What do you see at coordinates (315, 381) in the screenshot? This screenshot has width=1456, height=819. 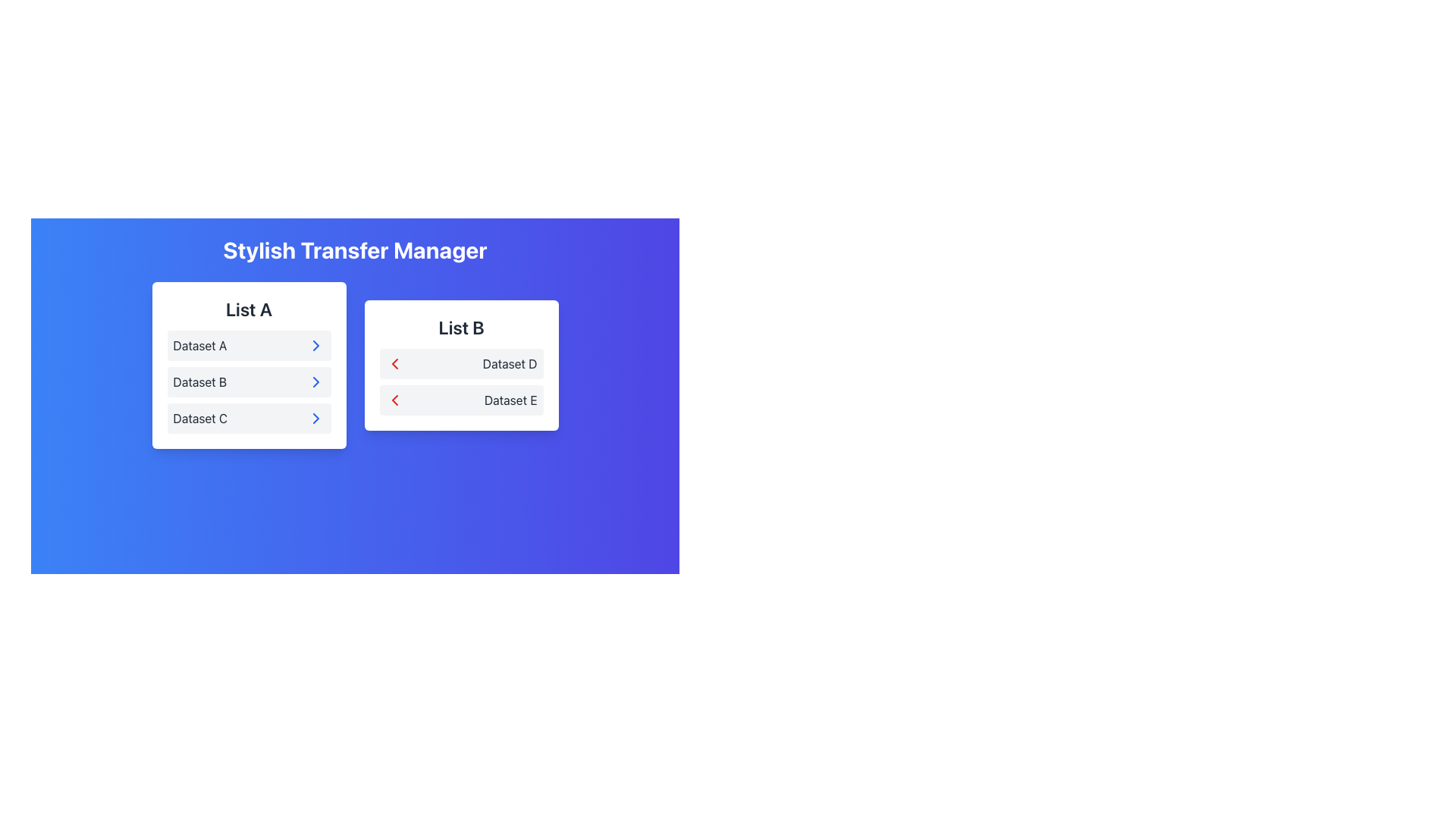 I see `the rightmost chevron icon in the second row of the card labeled 'List A', next to the text 'Dataset B'` at bounding box center [315, 381].